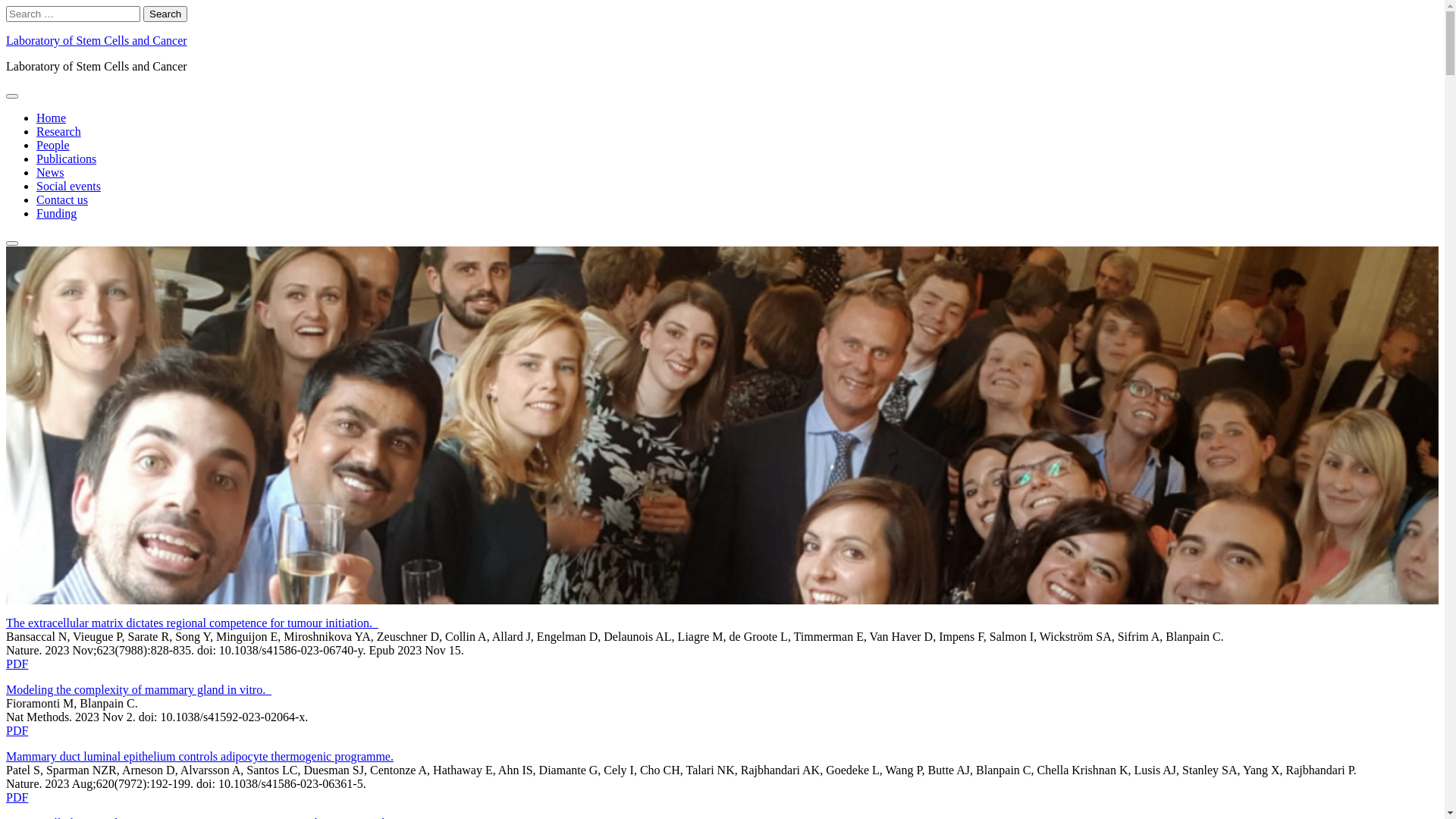 The width and height of the screenshot is (1456, 819). What do you see at coordinates (58, 130) in the screenshot?
I see `'Research'` at bounding box center [58, 130].